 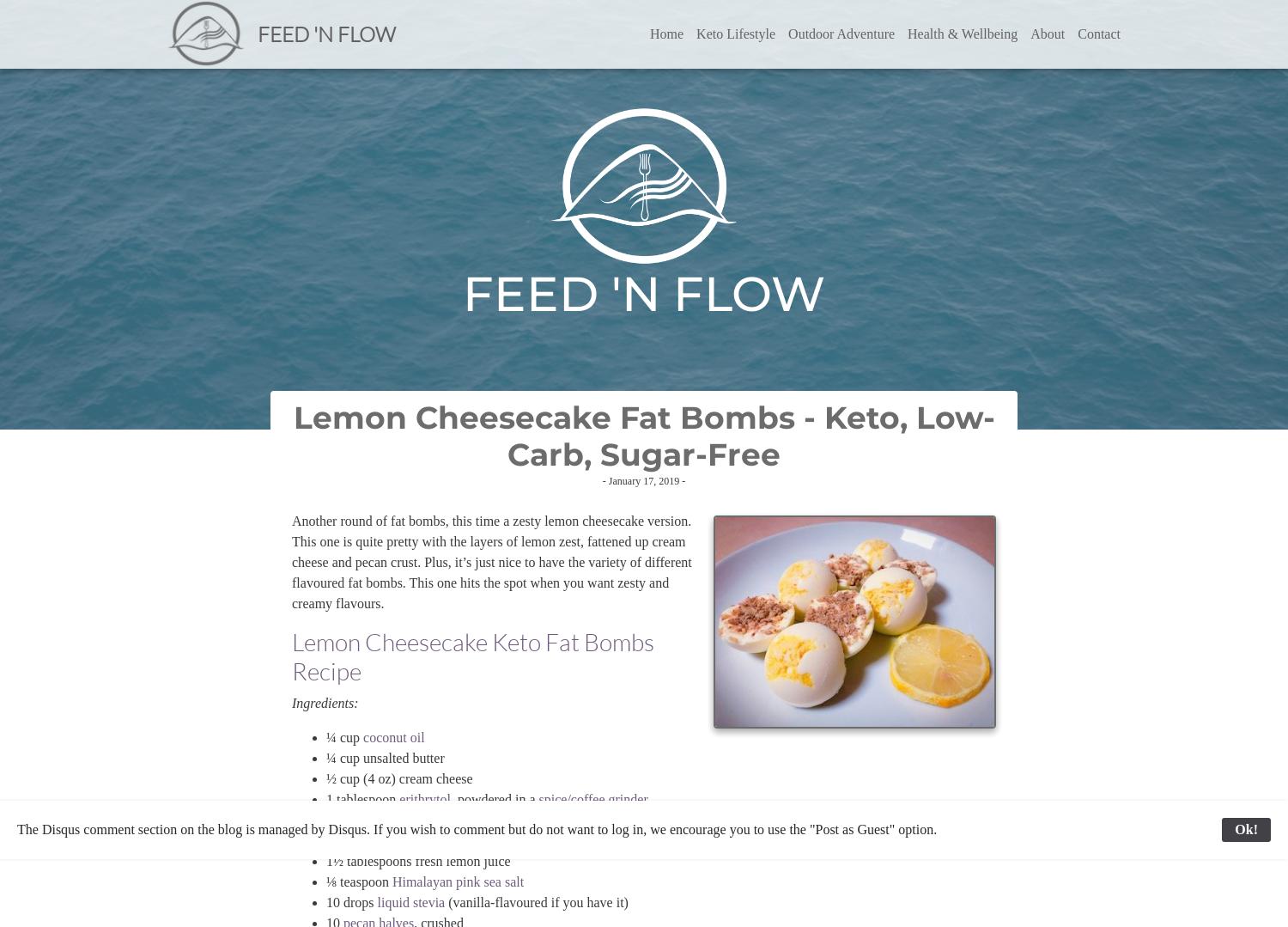 I want to click on 'coconut oil', so click(x=362, y=736).